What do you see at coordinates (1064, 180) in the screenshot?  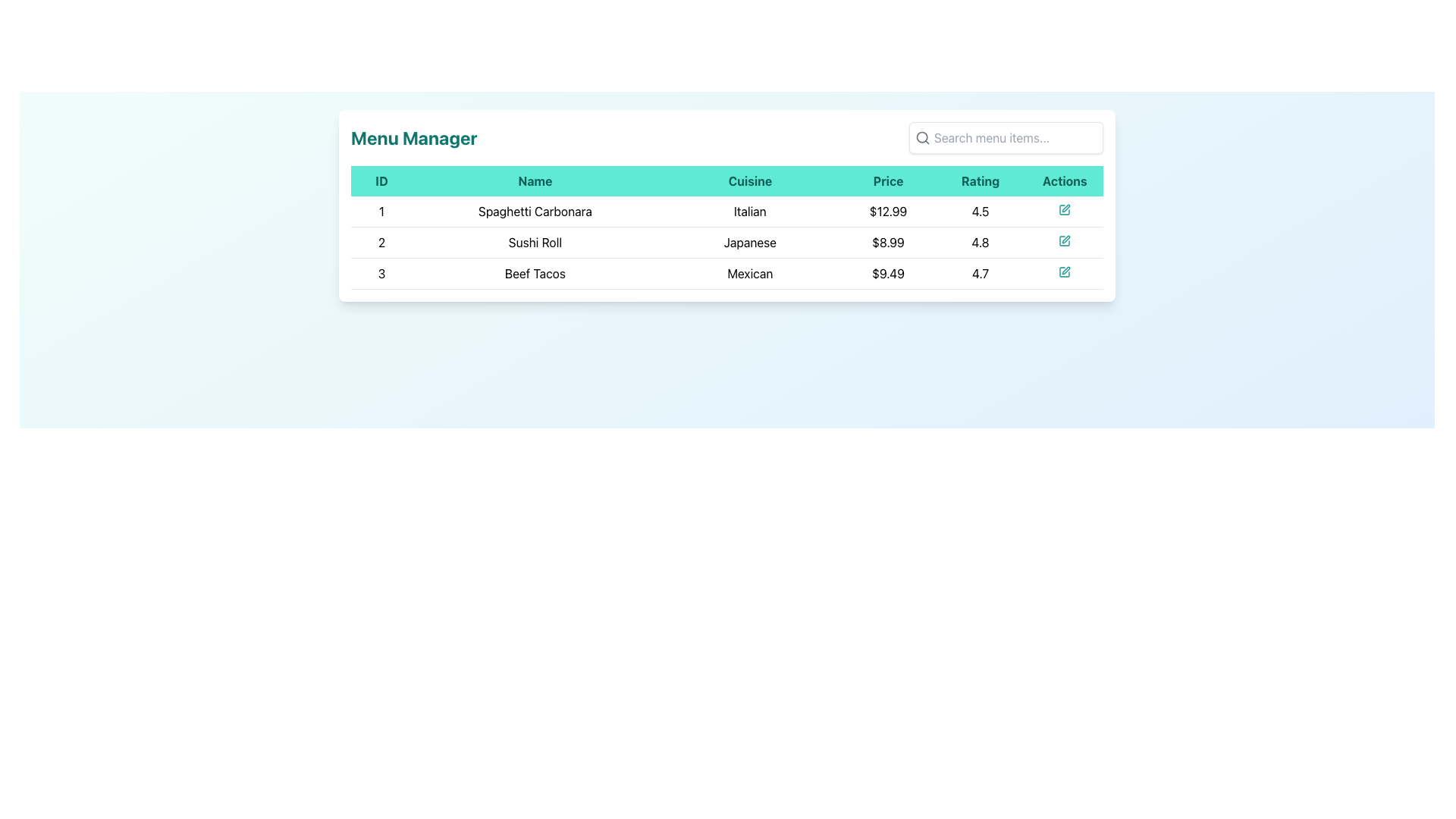 I see `the text label in the header row of the table that indicates action buttons or links, located as the sixth item from the left and positioned at the far right` at bounding box center [1064, 180].